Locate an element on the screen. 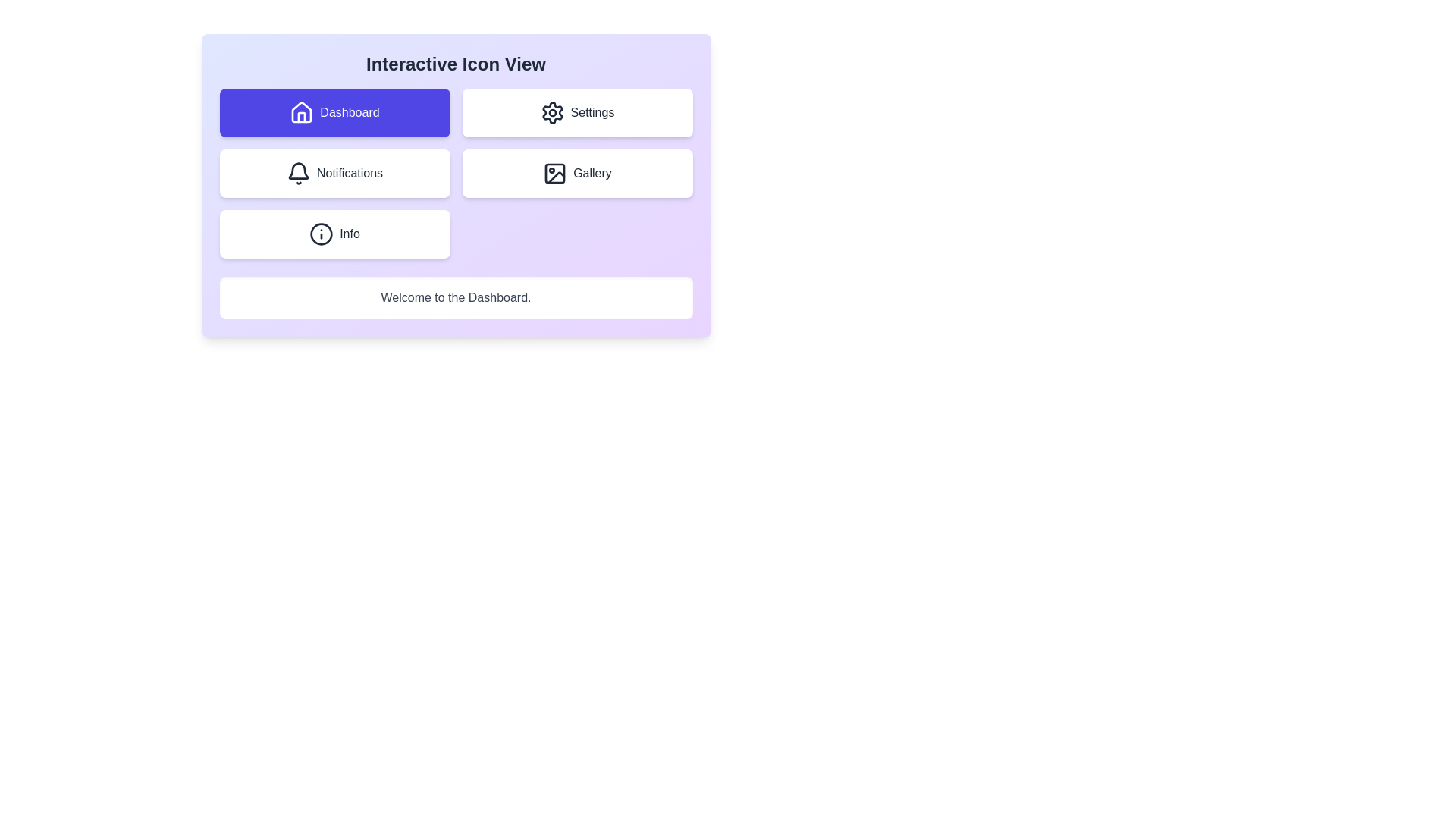 Image resolution: width=1456 pixels, height=819 pixels. the Label/Text Header that serves as a title or heading for the content section, located above the grid of icons including 'Dashboard', 'Settings', 'Notifications', and 'Gallery' is located at coordinates (455, 63).